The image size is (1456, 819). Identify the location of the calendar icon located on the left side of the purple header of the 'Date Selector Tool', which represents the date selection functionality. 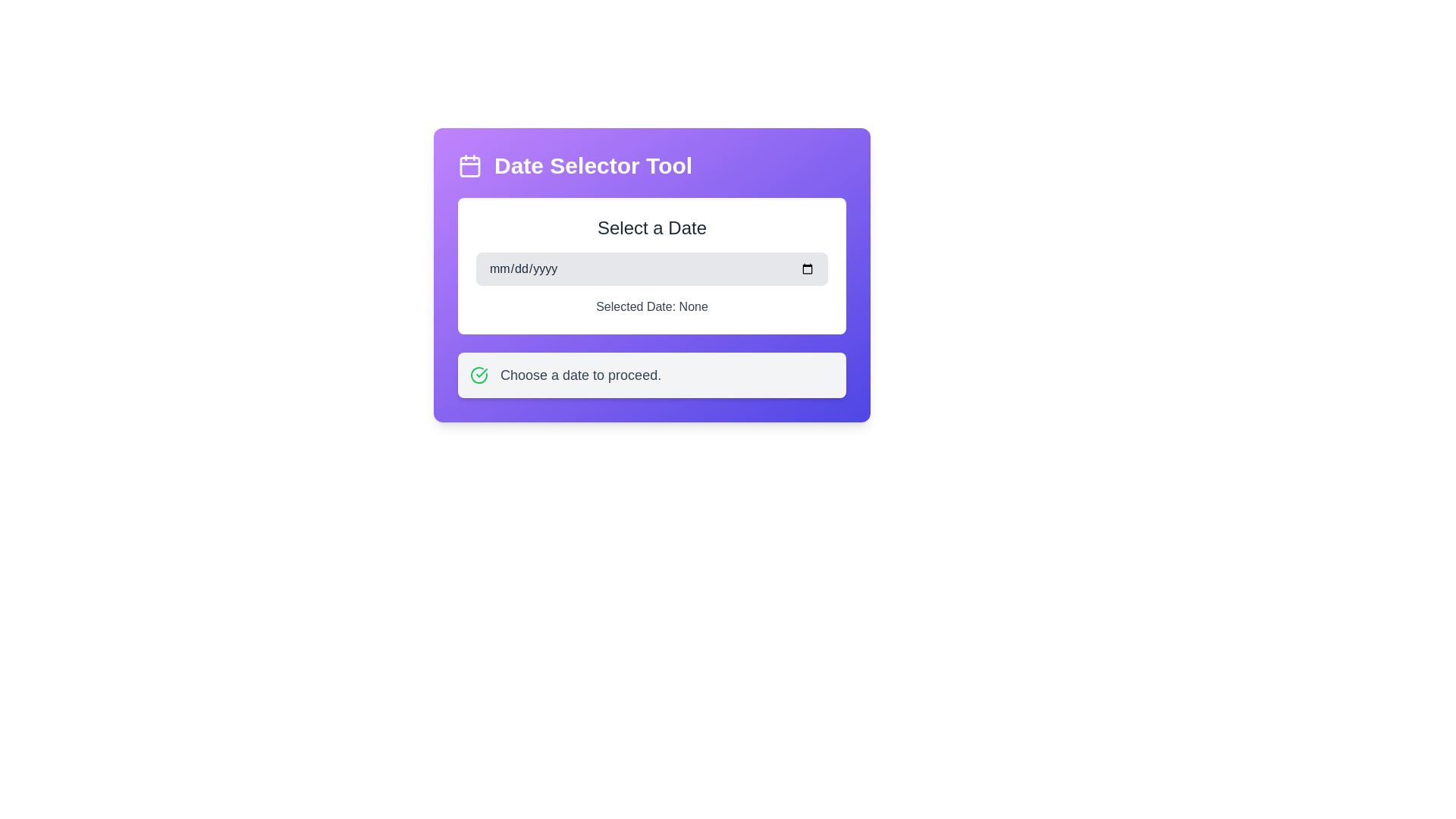
(469, 166).